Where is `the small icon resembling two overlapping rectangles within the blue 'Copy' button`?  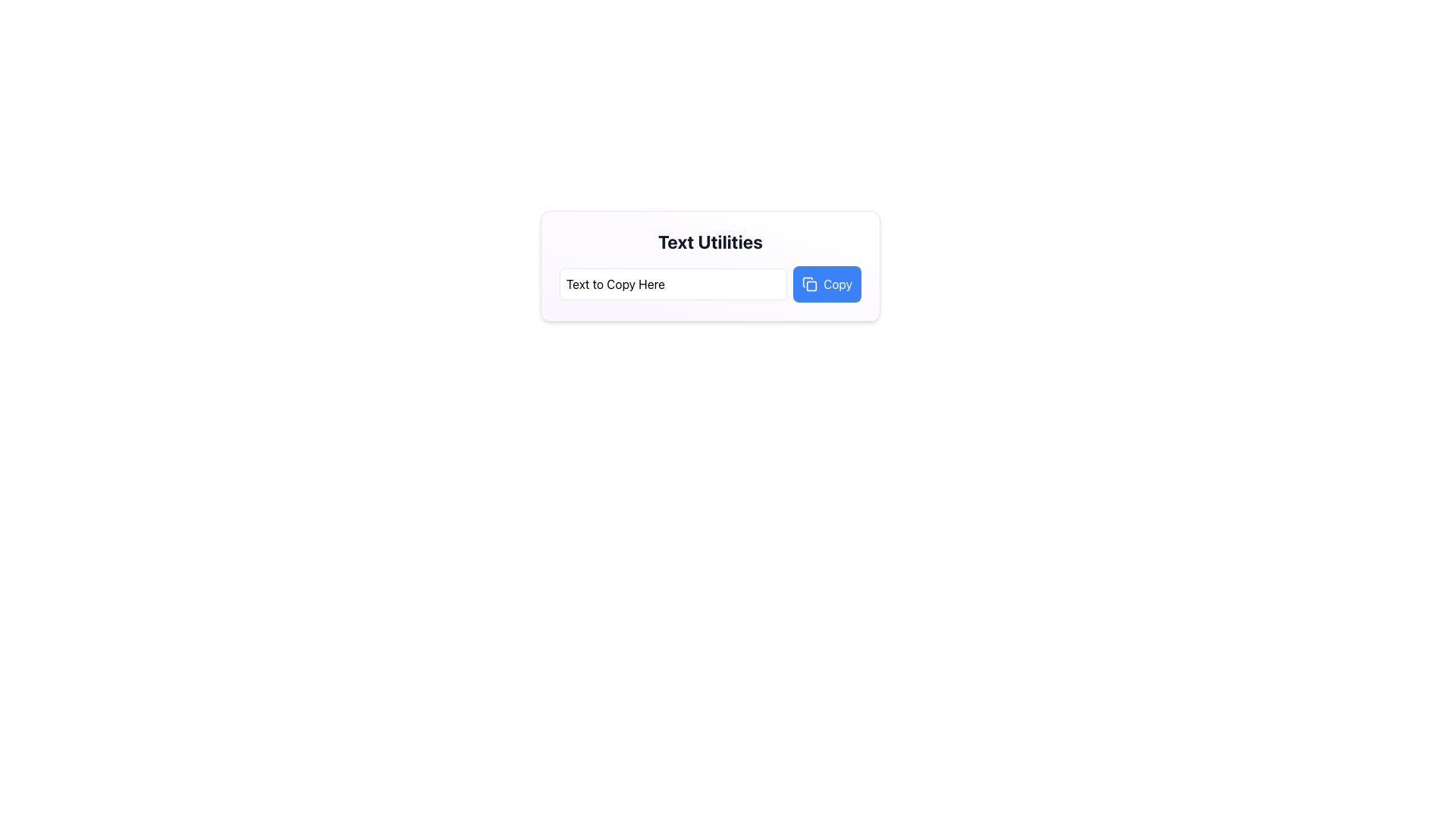 the small icon resembling two overlapping rectangles within the blue 'Copy' button is located at coordinates (809, 284).